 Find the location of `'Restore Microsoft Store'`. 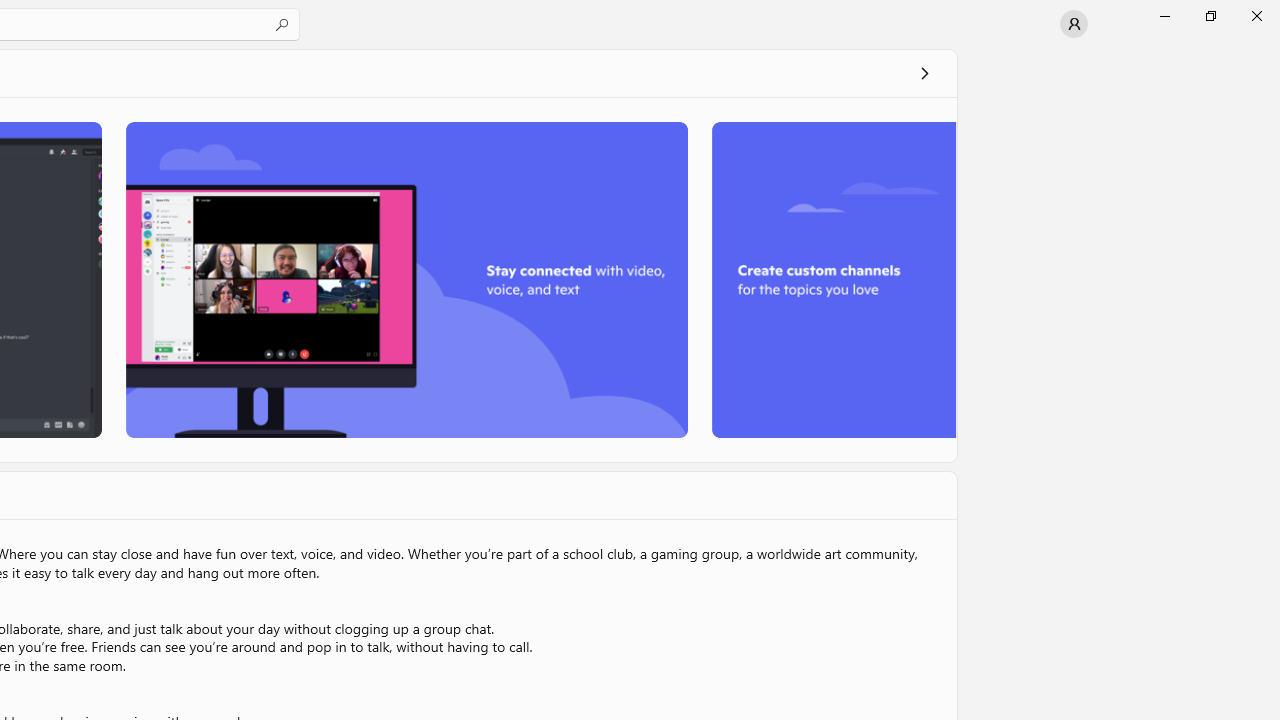

'Restore Microsoft Store' is located at coordinates (1209, 15).